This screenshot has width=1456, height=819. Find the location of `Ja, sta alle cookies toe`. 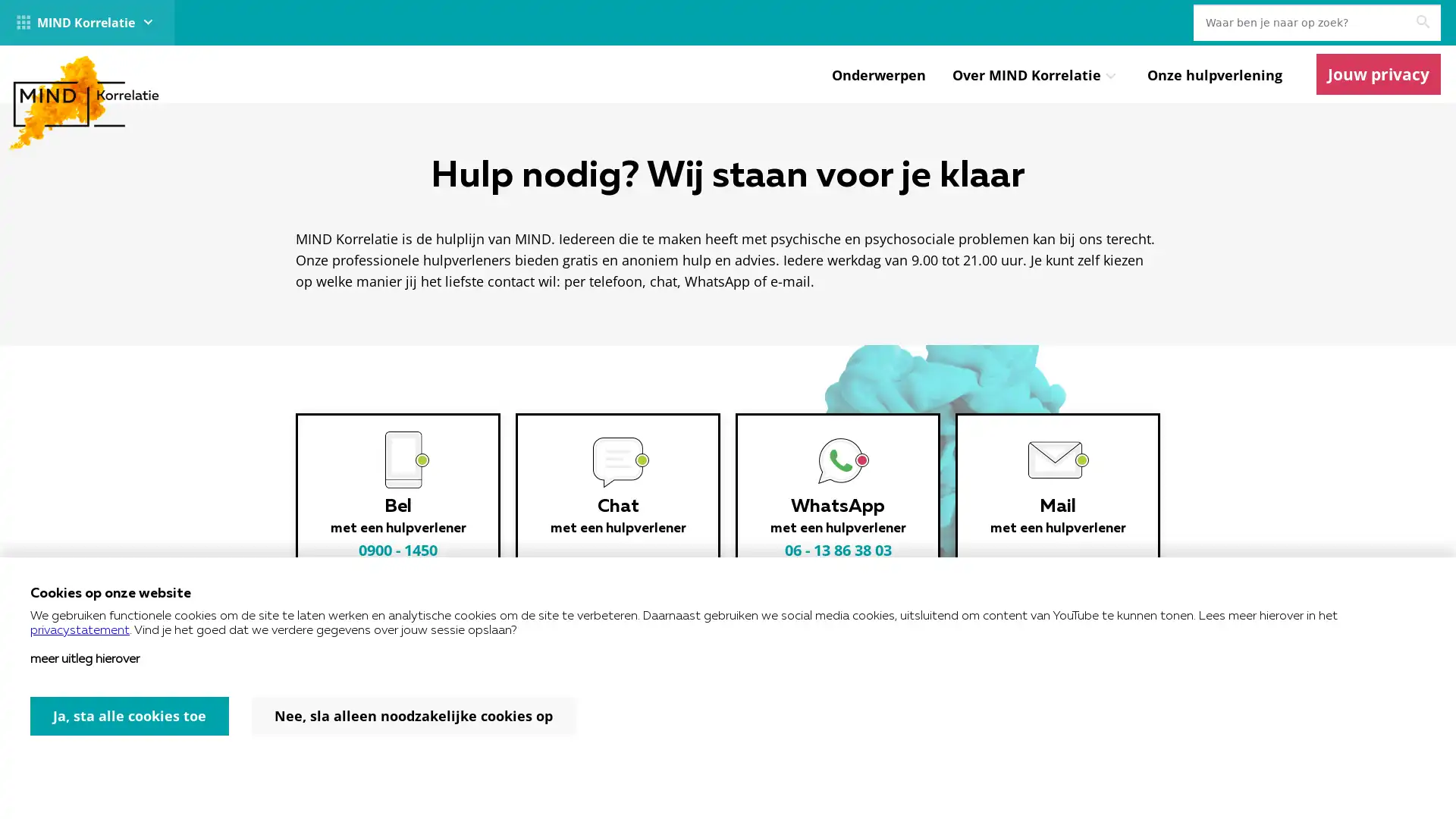

Ja, sta alle cookies toe is located at coordinates (130, 716).